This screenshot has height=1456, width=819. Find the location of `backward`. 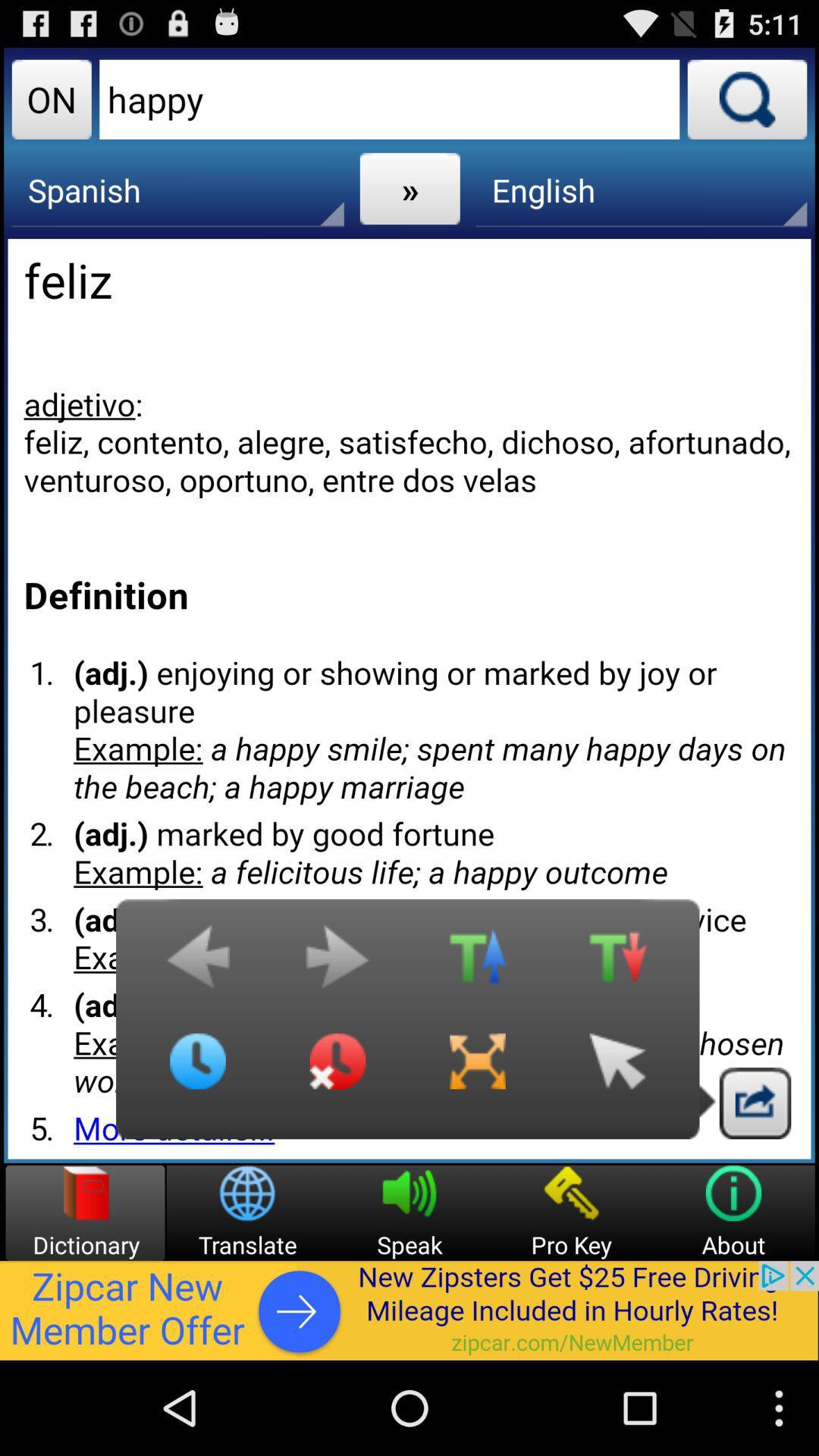

backward is located at coordinates (197, 964).